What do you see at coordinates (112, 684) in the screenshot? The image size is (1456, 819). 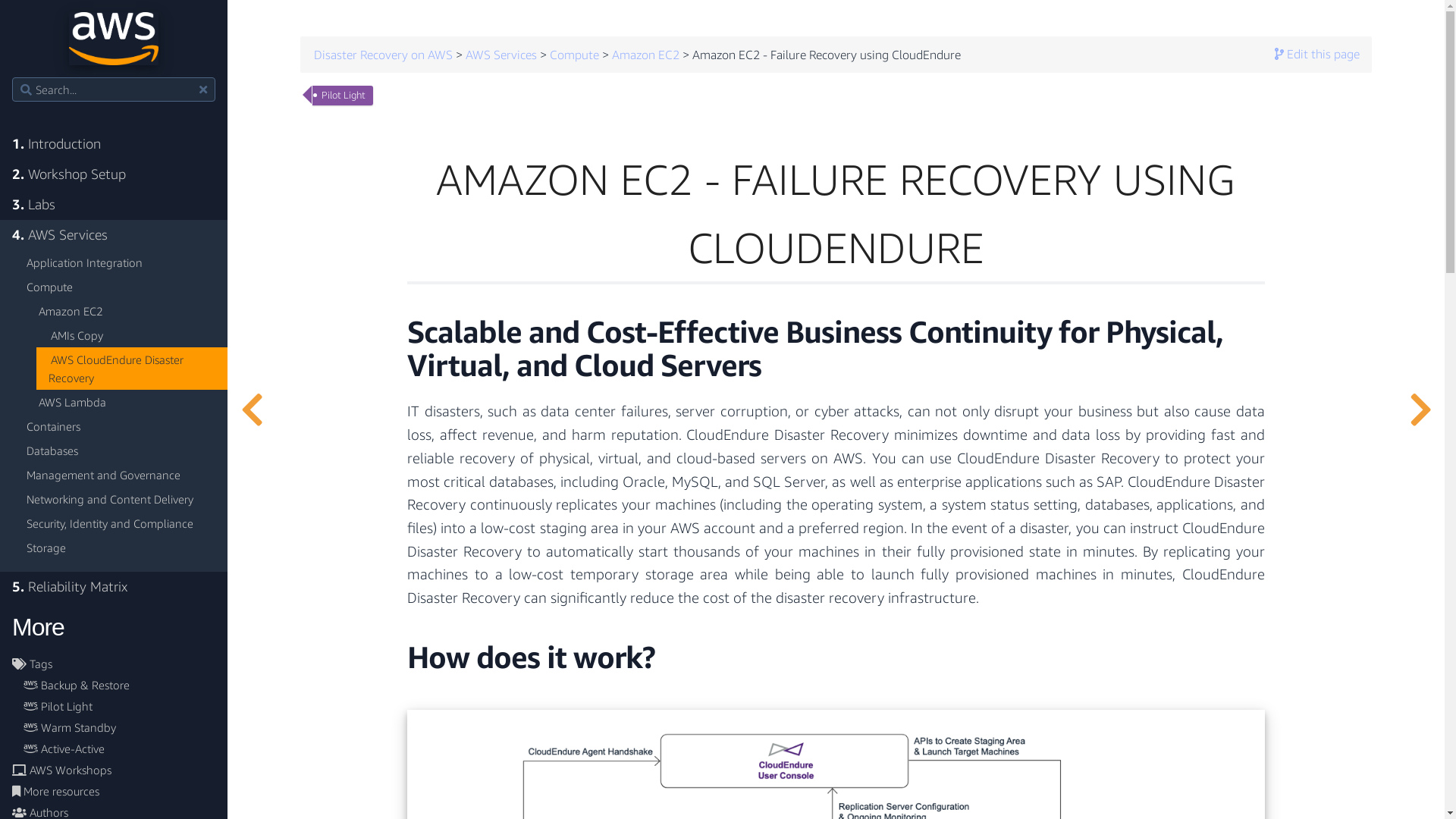 I see `'Backup & Restore'` at bounding box center [112, 684].